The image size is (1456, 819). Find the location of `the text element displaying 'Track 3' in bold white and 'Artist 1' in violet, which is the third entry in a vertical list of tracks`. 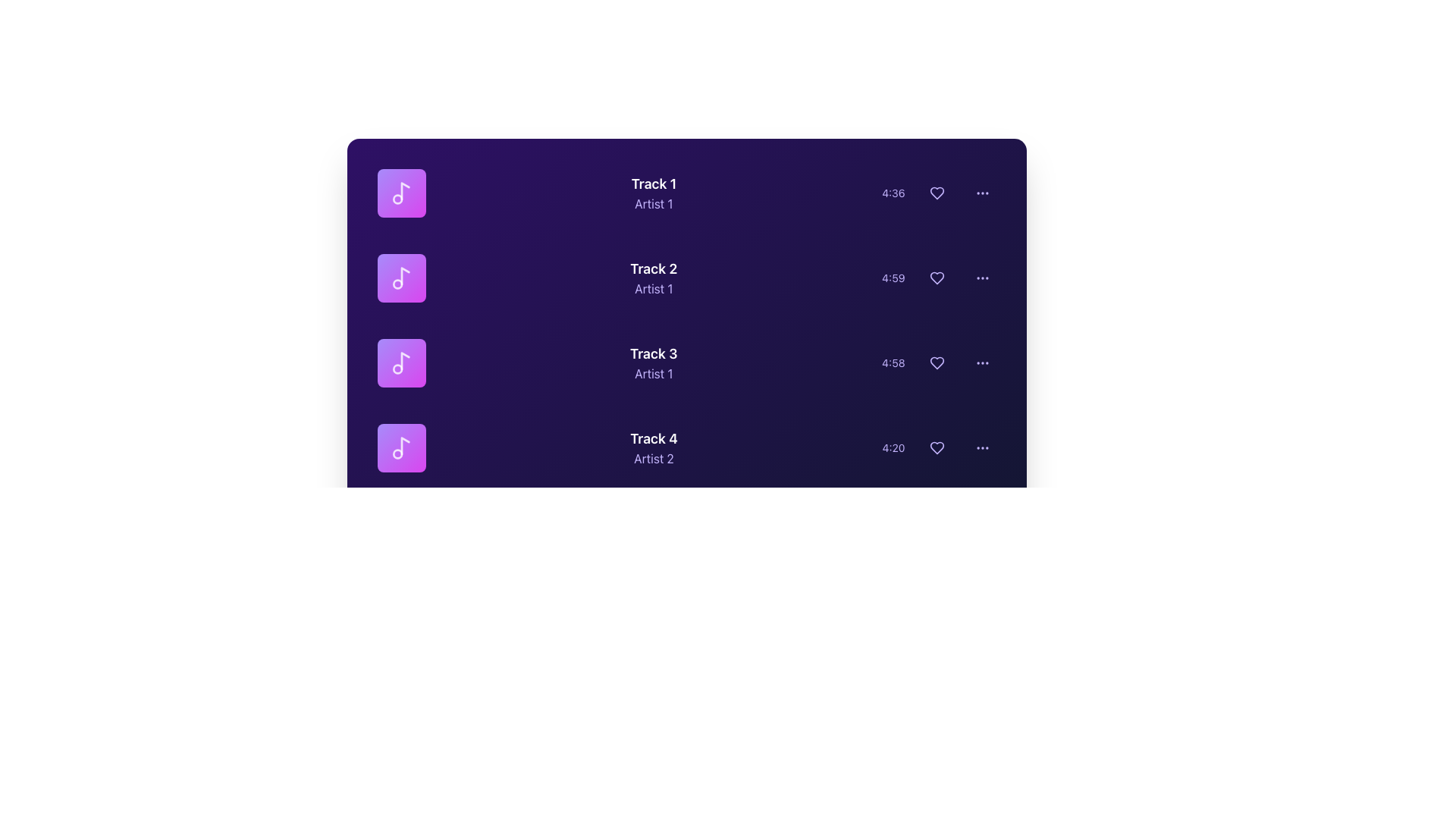

the text element displaying 'Track 3' in bold white and 'Artist 1' in violet, which is the third entry in a vertical list of tracks is located at coordinates (654, 362).